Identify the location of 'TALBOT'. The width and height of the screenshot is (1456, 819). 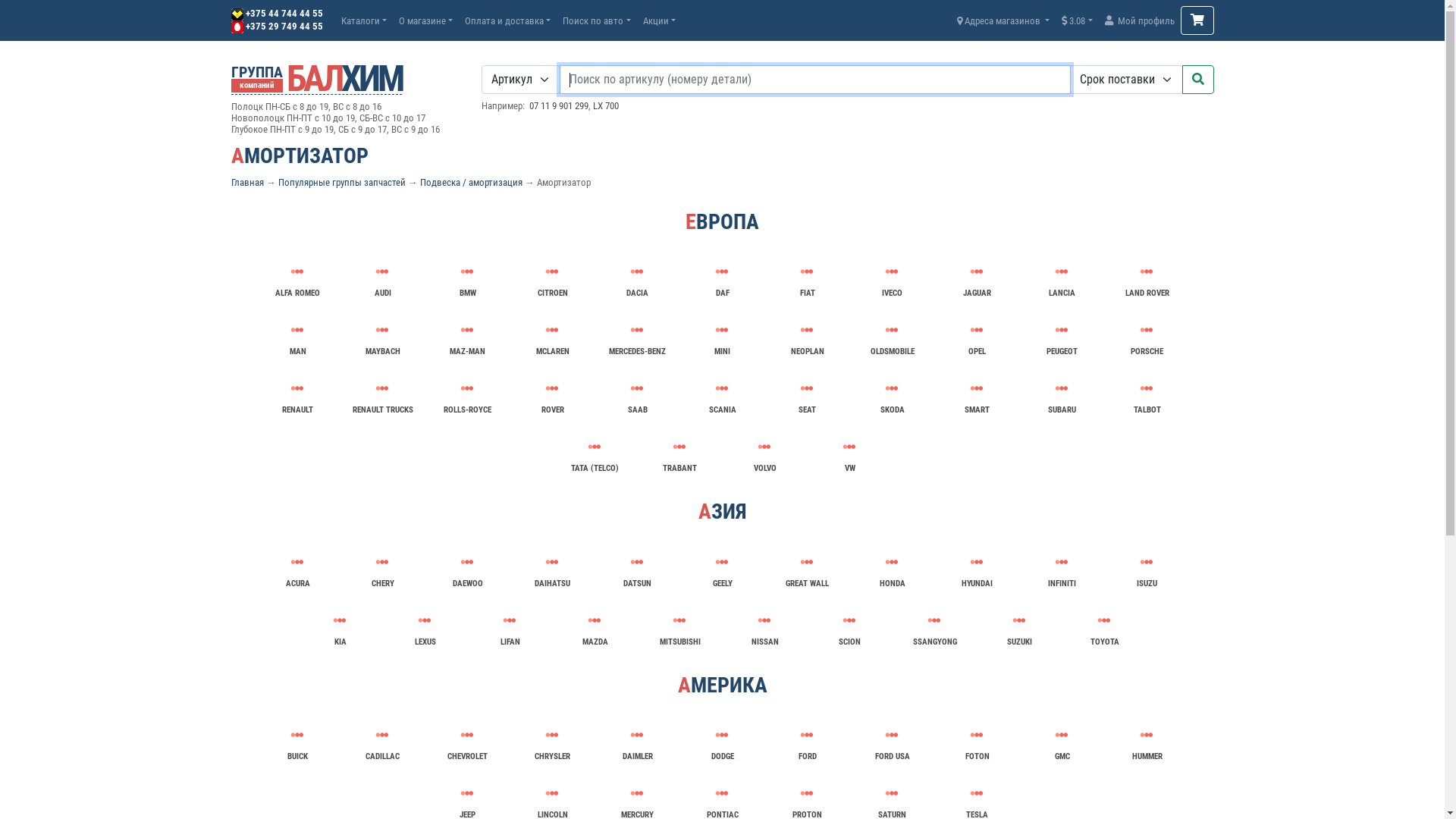
(1131, 388).